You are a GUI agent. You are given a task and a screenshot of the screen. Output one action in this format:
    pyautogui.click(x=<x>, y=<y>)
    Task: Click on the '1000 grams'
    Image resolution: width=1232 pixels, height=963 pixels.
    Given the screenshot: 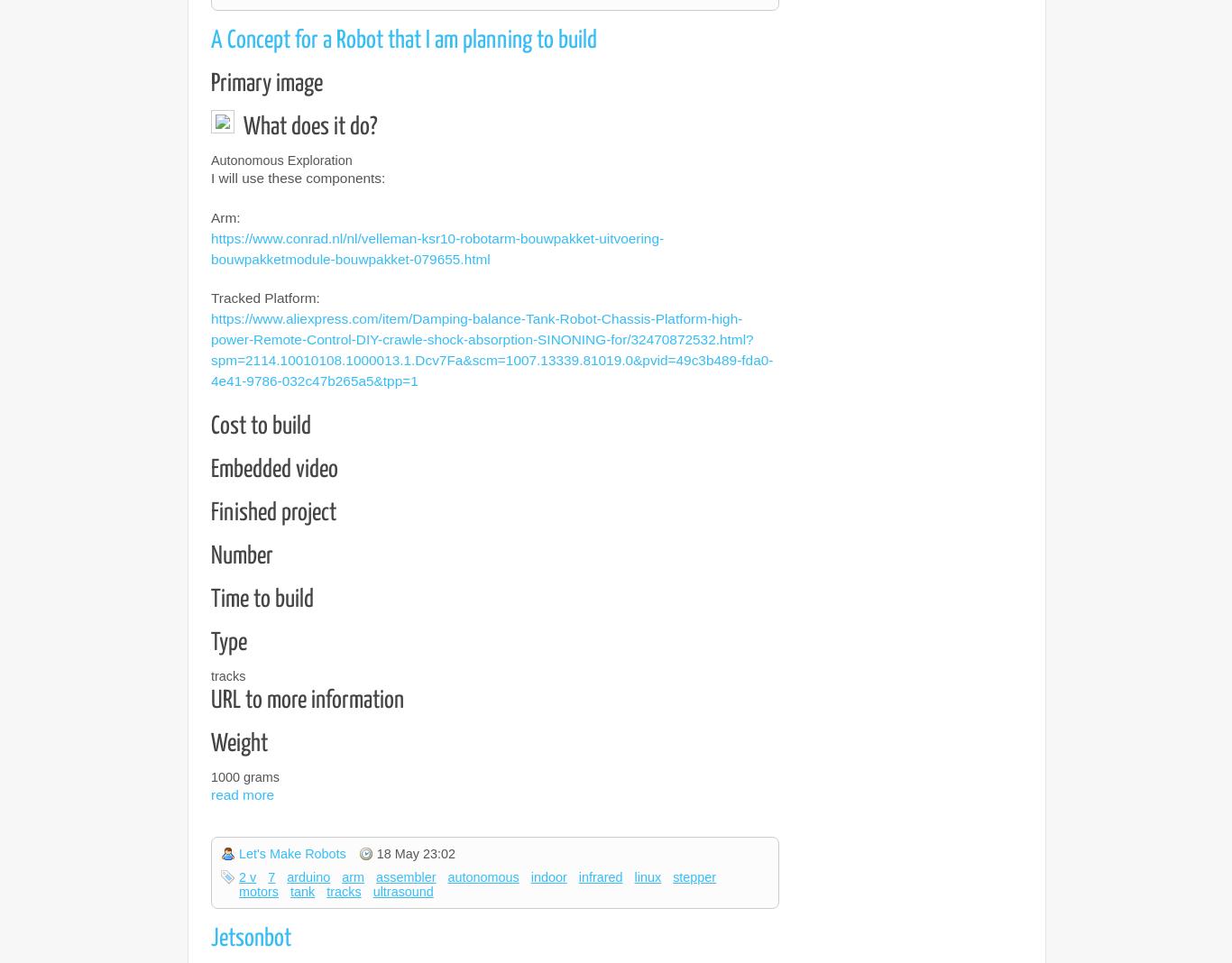 What is the action you would take?
    pyautogui.click(x=210, y=775)
    